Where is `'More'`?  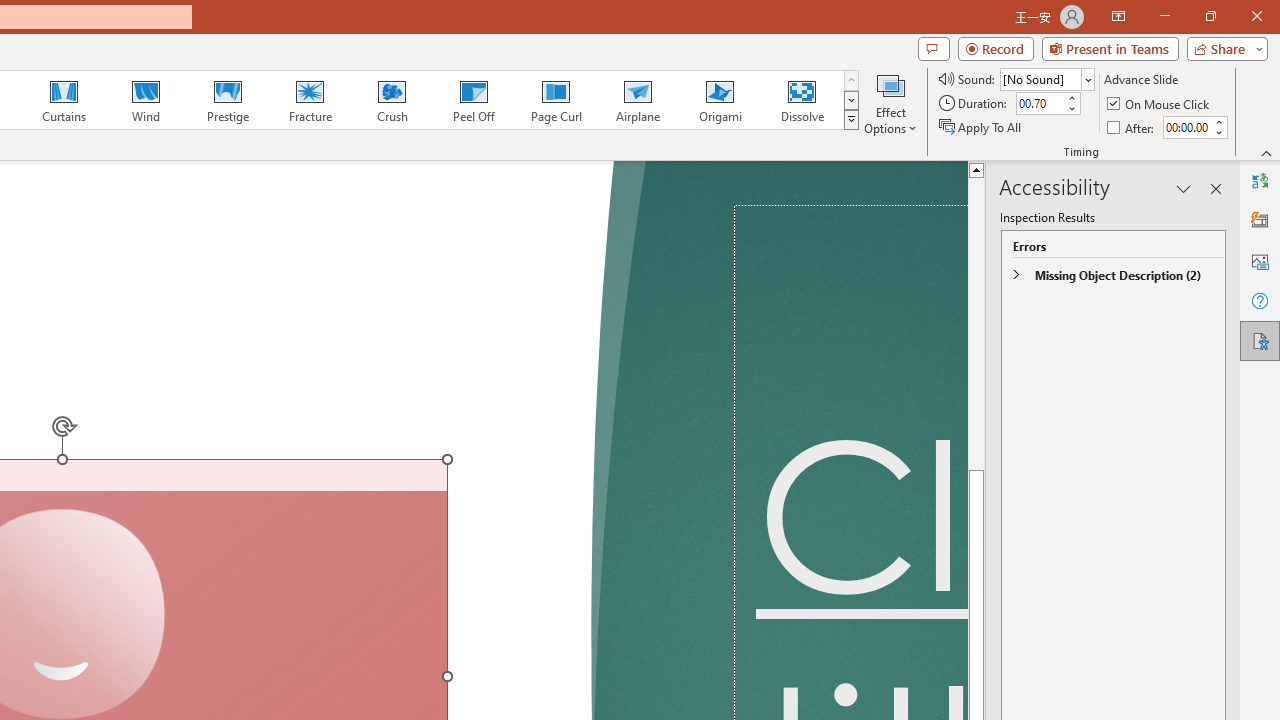
'More' is located at coordinates (1217, 121).